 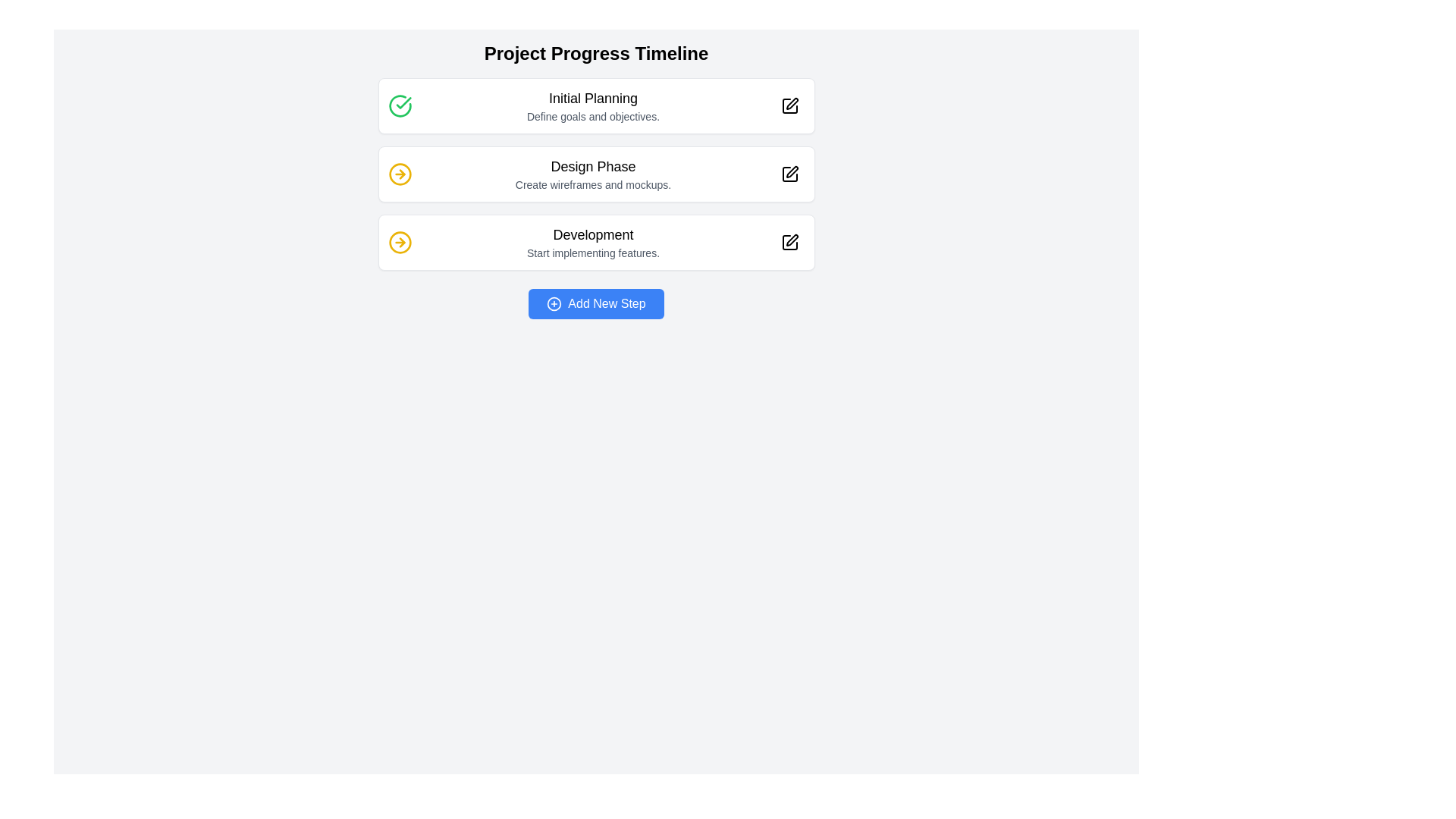 What do you see at coordinates (595, 304) in the screenshot?
I see `the 'Add New Step' button` at bounding box center [595, 304].